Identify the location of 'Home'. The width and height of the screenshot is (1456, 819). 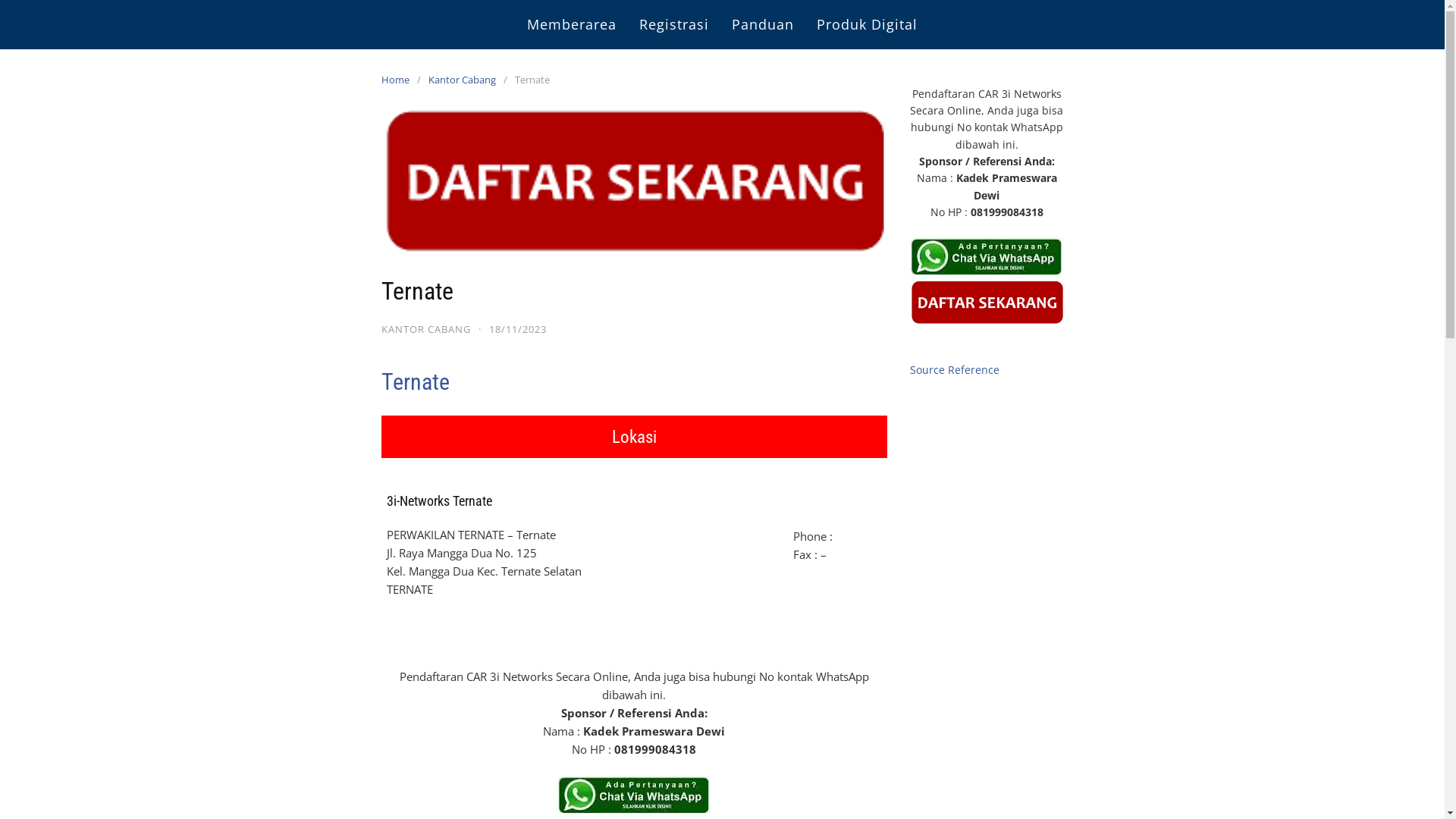
(381, 79).